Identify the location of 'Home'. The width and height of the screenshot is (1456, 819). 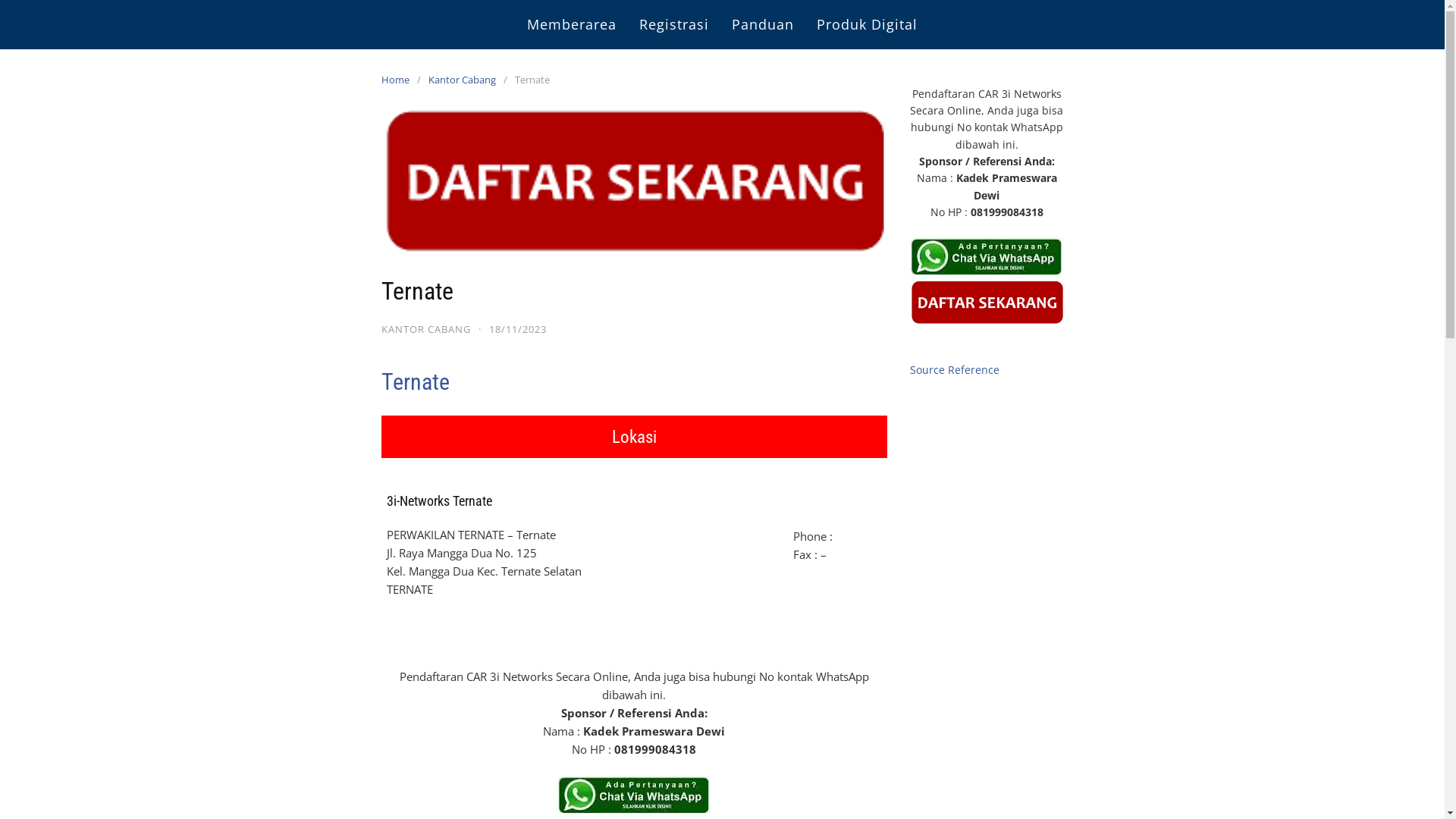
(381, 79).